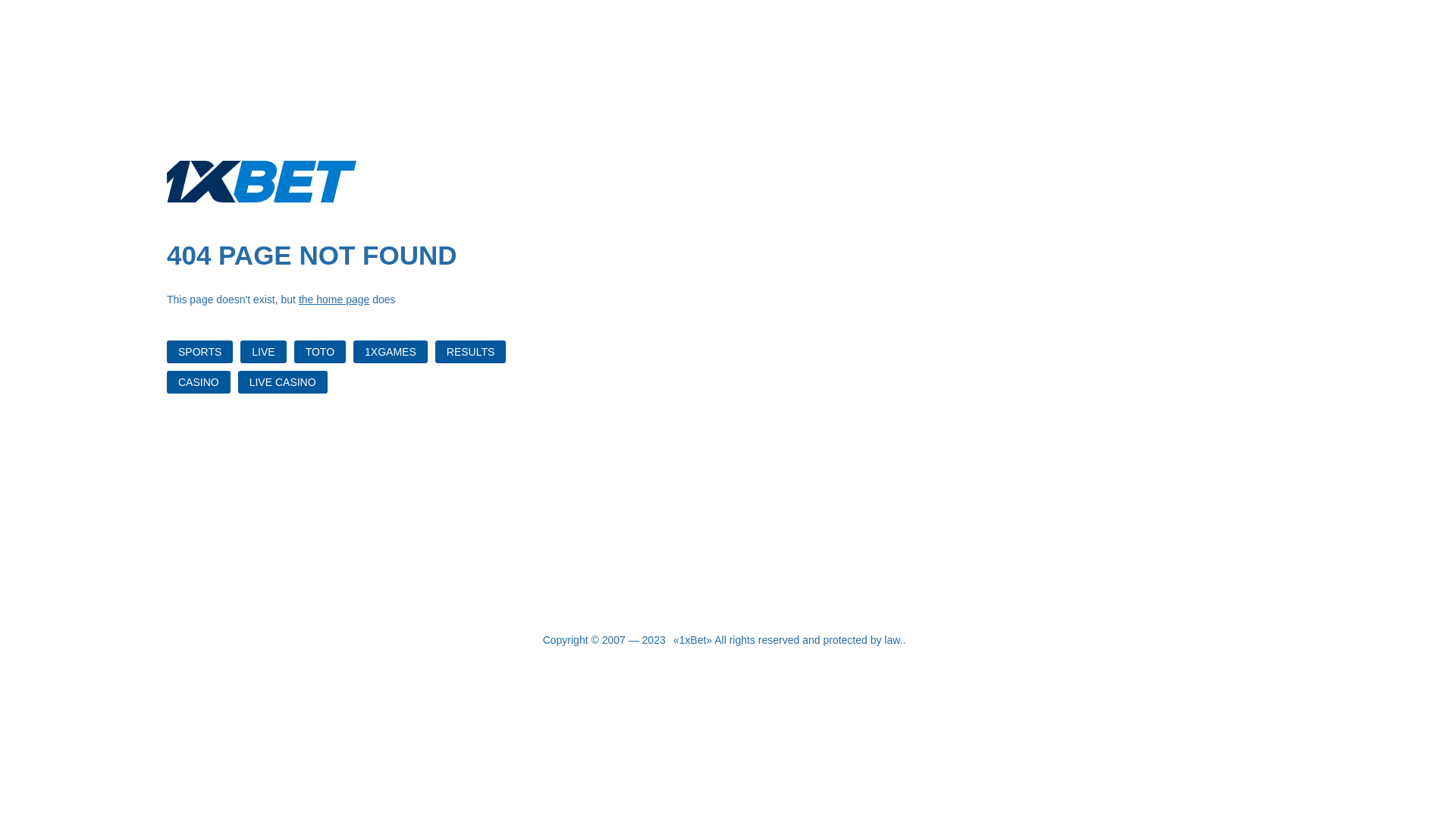 The height and width of the screenshot is (819, 1456). What do you see at coordinates (298, 299) in the screenshot?
I see `'the home page'` at bounding box center [298, 299].